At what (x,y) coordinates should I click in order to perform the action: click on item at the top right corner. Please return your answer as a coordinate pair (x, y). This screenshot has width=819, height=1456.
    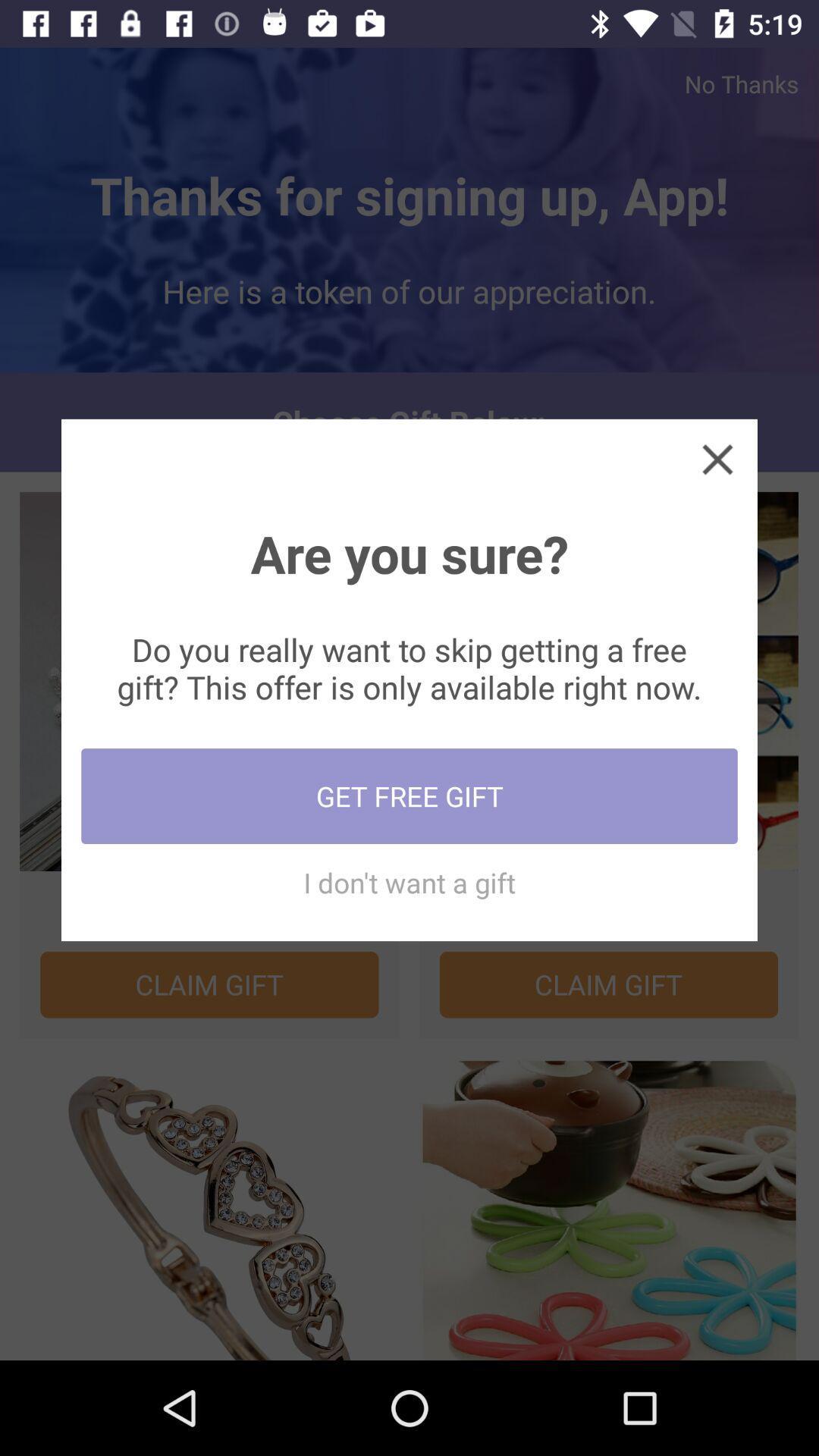
    Looking at the image, I should click on (717, 458).